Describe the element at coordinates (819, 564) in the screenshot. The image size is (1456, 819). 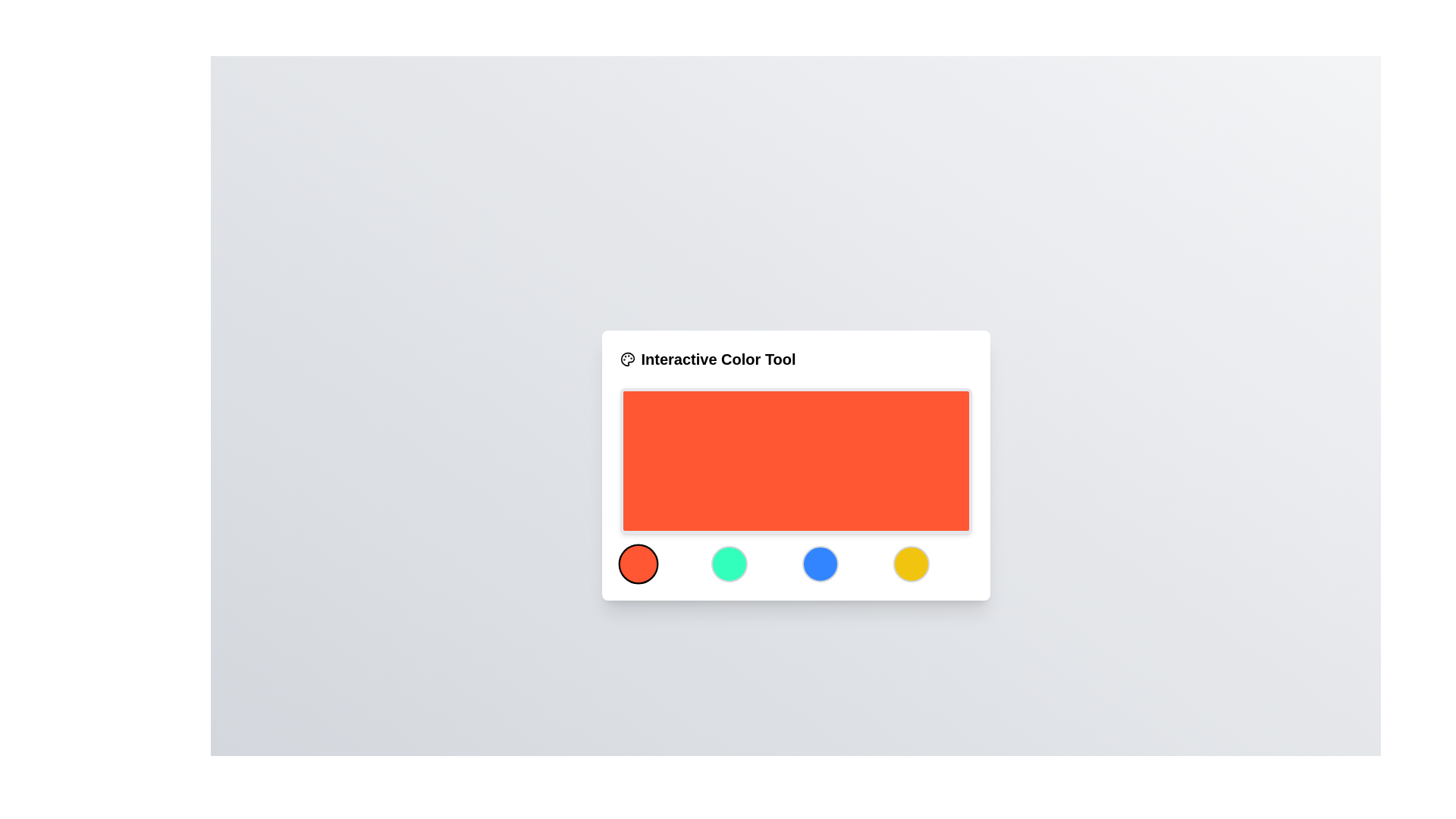
I see `the third circle button in a horizontally aligned row of four circles at the bottom of a card layout` at that location.